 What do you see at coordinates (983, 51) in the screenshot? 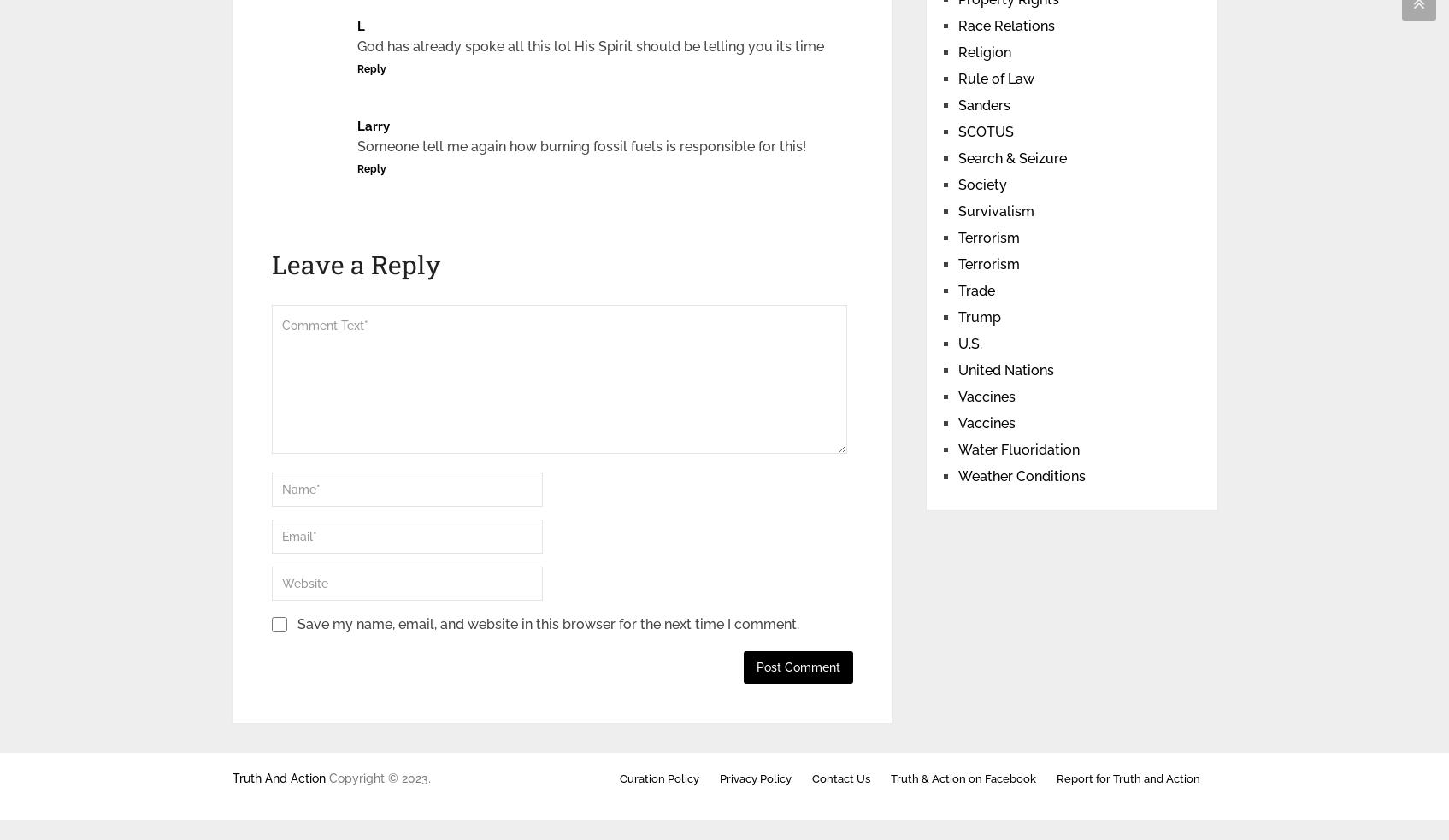
I see `'Religion'` at bounding box center [983, 51].